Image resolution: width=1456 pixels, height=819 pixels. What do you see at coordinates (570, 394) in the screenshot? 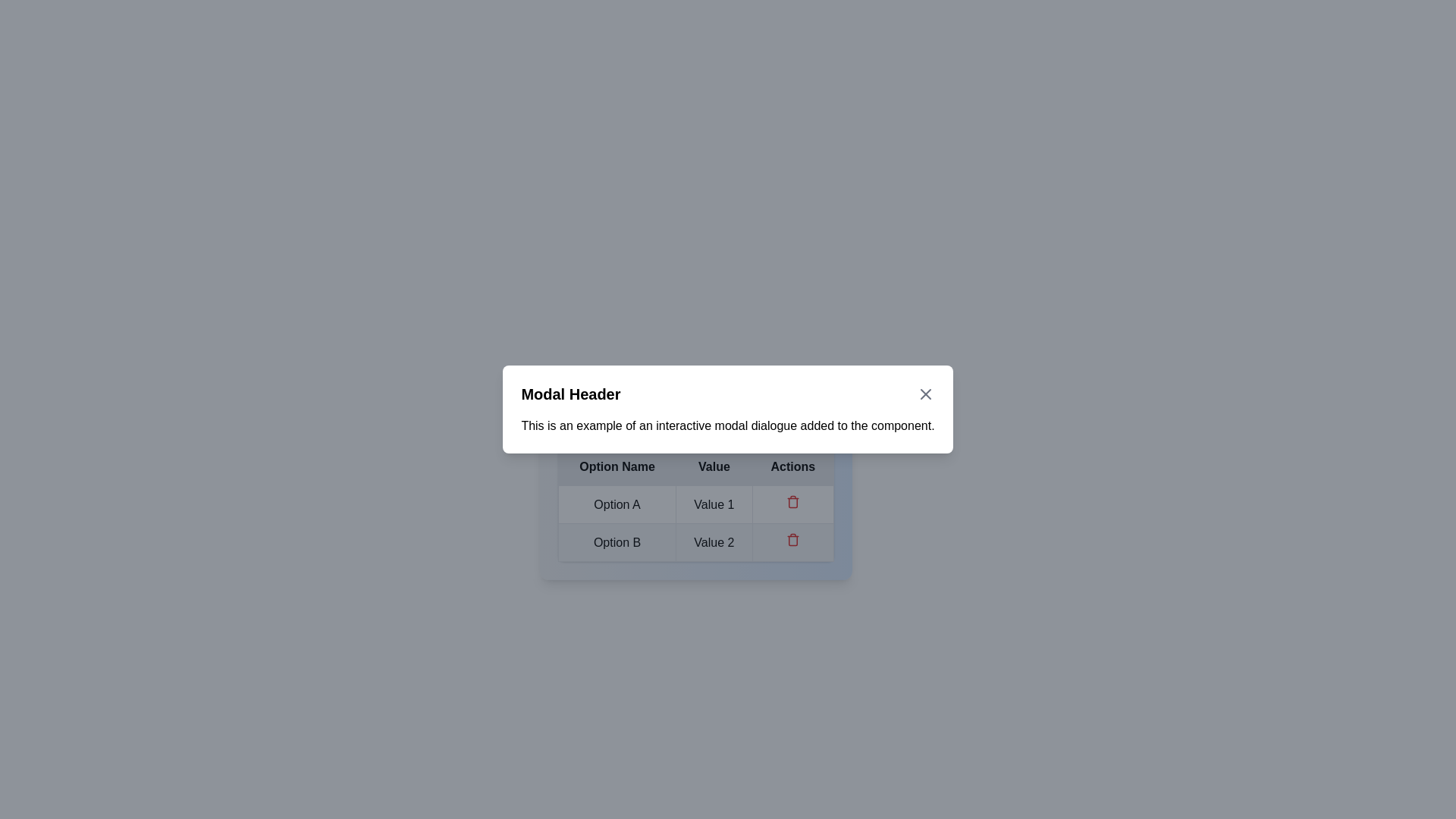
I see `title text label of the modal dialog box, which is centrally aligned and serves as a brief description of the modal's content` at bounding box center [570, 394].